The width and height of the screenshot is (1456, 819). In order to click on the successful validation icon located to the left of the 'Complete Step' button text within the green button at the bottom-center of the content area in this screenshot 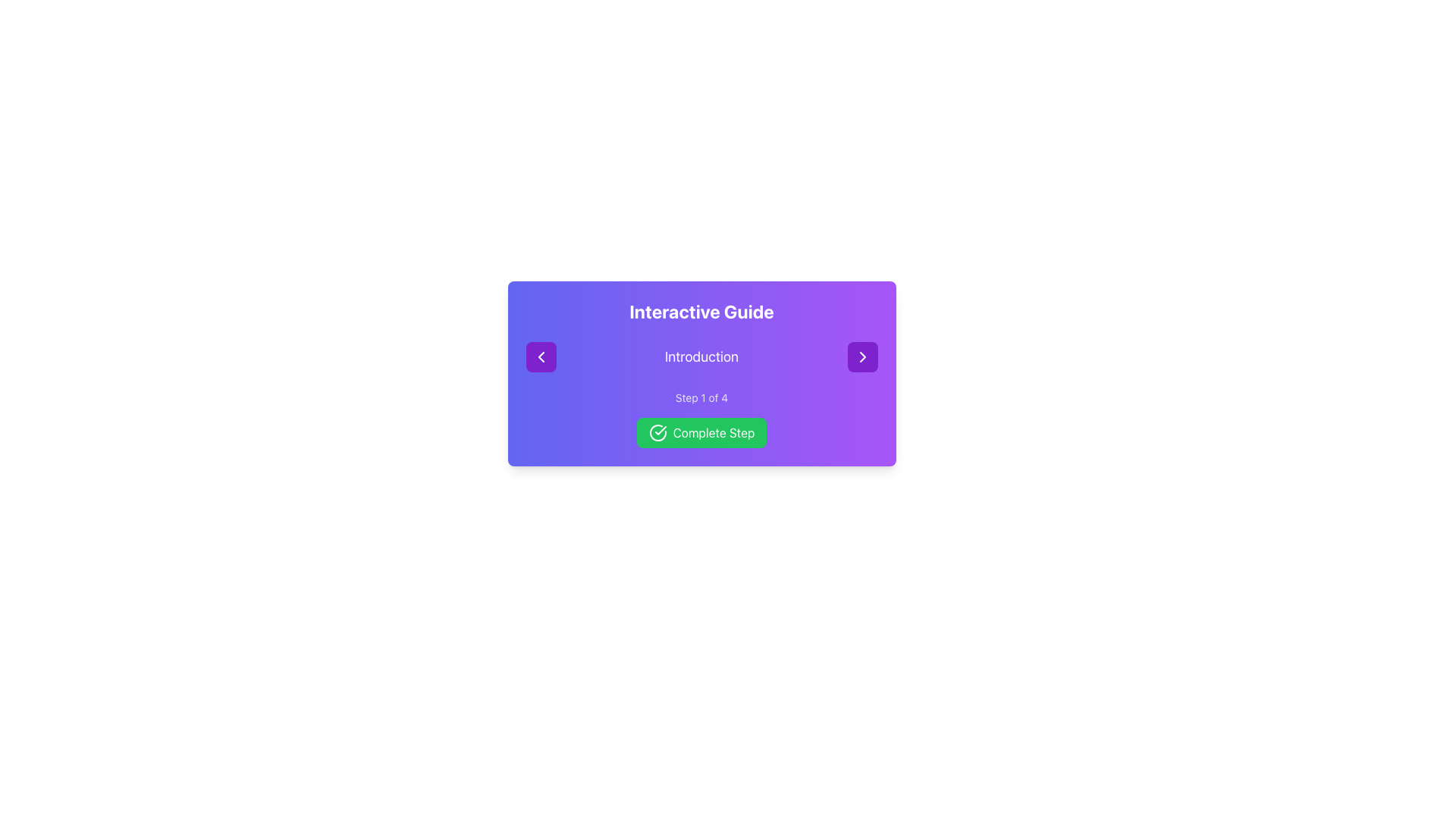, I will do `click(657, 432)`.